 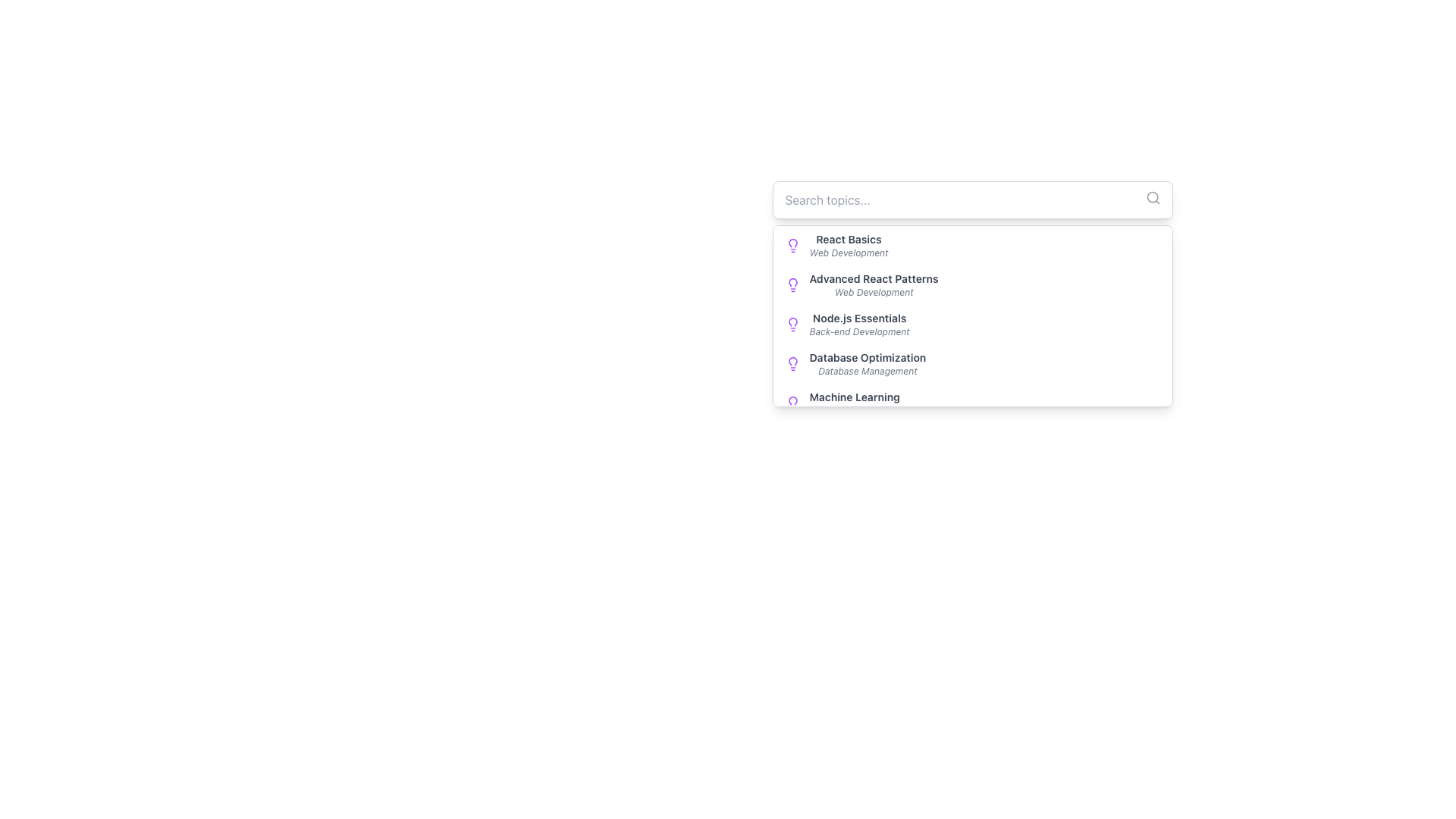 What do you see at coordinates (1153, 197) in the screenshot?
I see `the magnifying glass icon located at the rightmost position within the search input area, which serves as a visual indicator for the search functionality` at bounding box center [1153, 197].